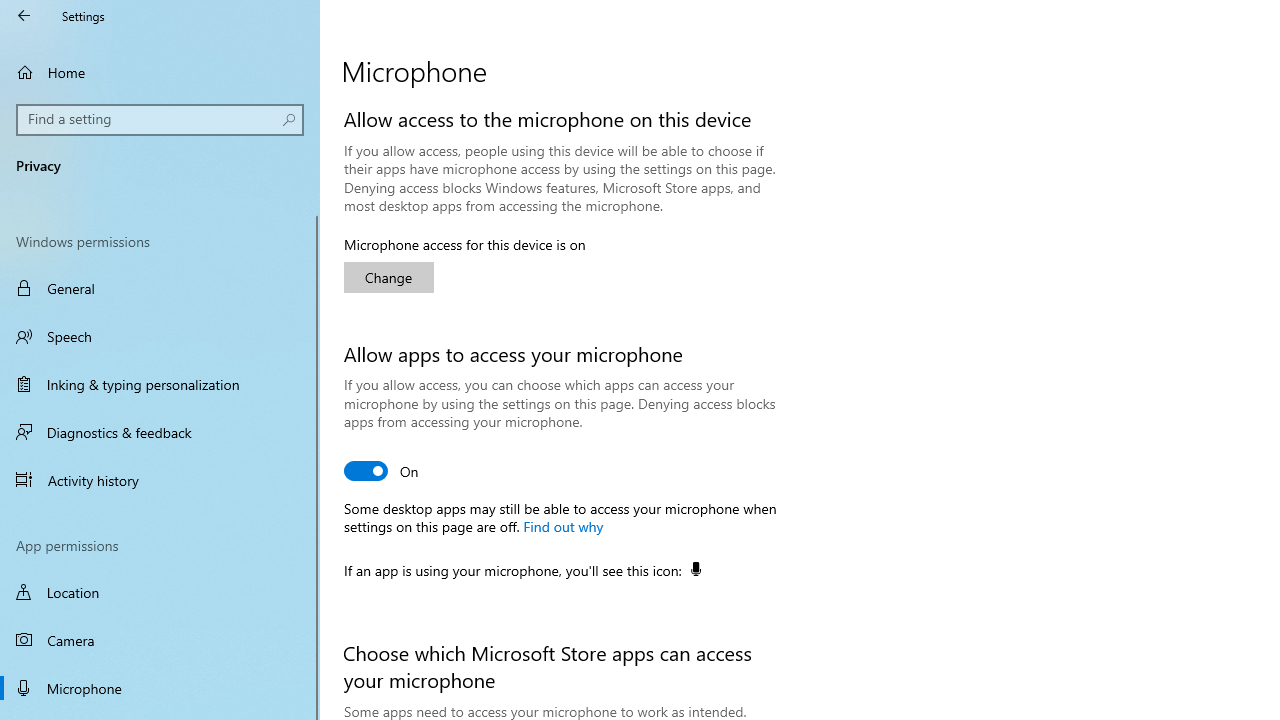  I want to click on 'Speech', so click(160, 334).